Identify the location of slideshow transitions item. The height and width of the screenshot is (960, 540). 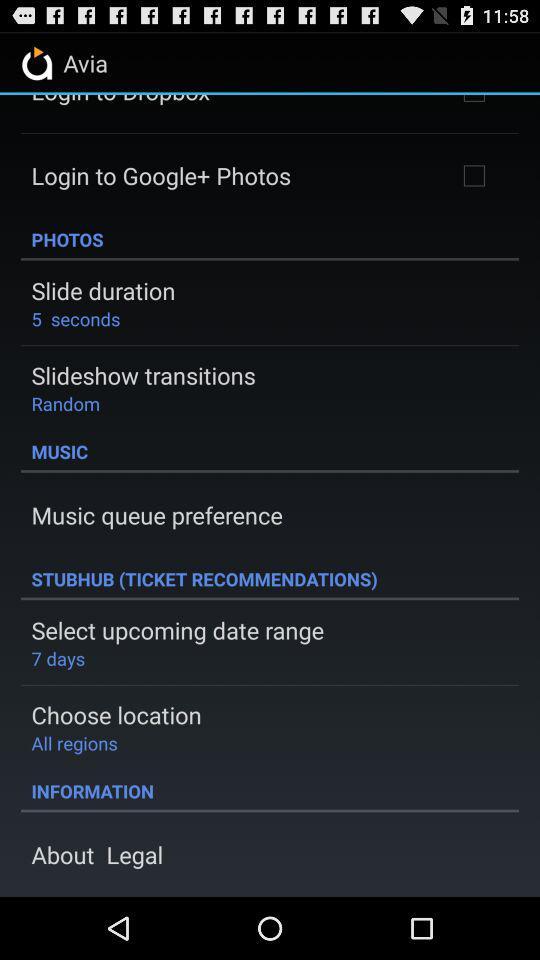
(142, 374).